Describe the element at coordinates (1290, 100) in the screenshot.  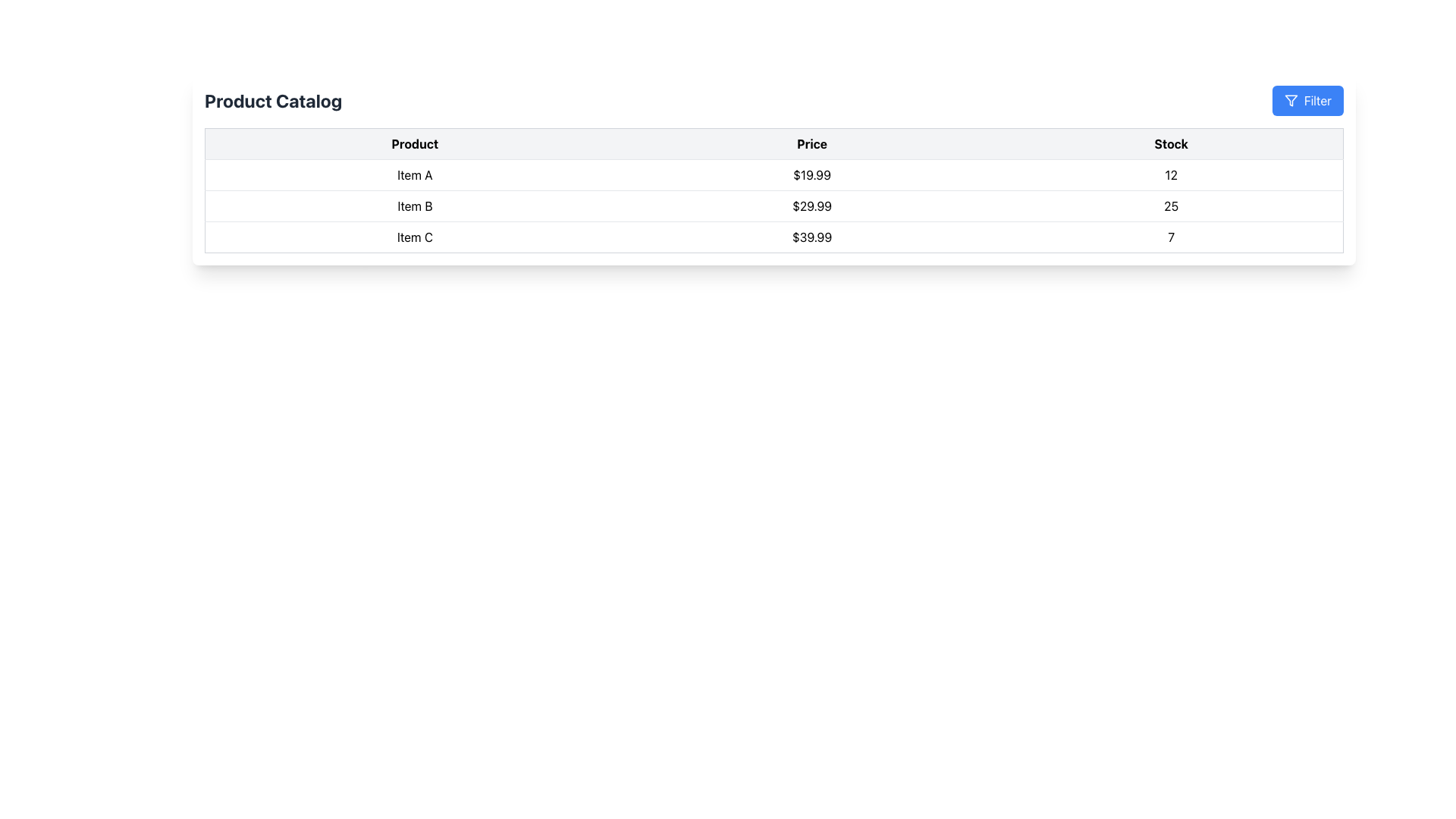
I see `the funnel icon inside the 'Filter' button, which has a blue background and rounded corners, located near the top-right corner of the interface` at that location.